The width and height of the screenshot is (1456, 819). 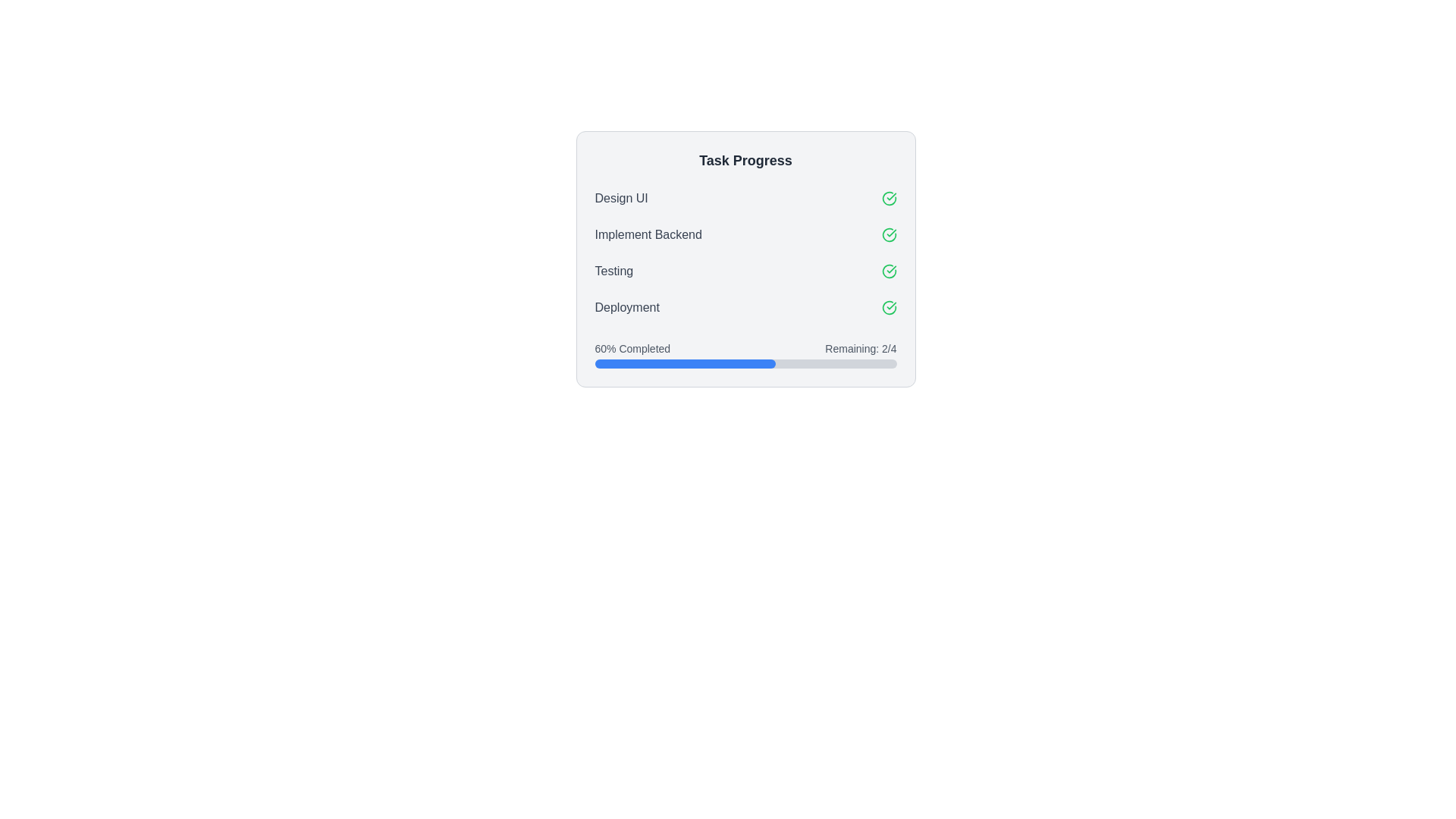 What do you see at coordinates (745, 307) in the screenshot?
I see `title 'Deployment' from the List item in the task progress tracker, which is indicated by a green checkmark, located within the task progress card as the fourth item` at bounding box center [745, 307].